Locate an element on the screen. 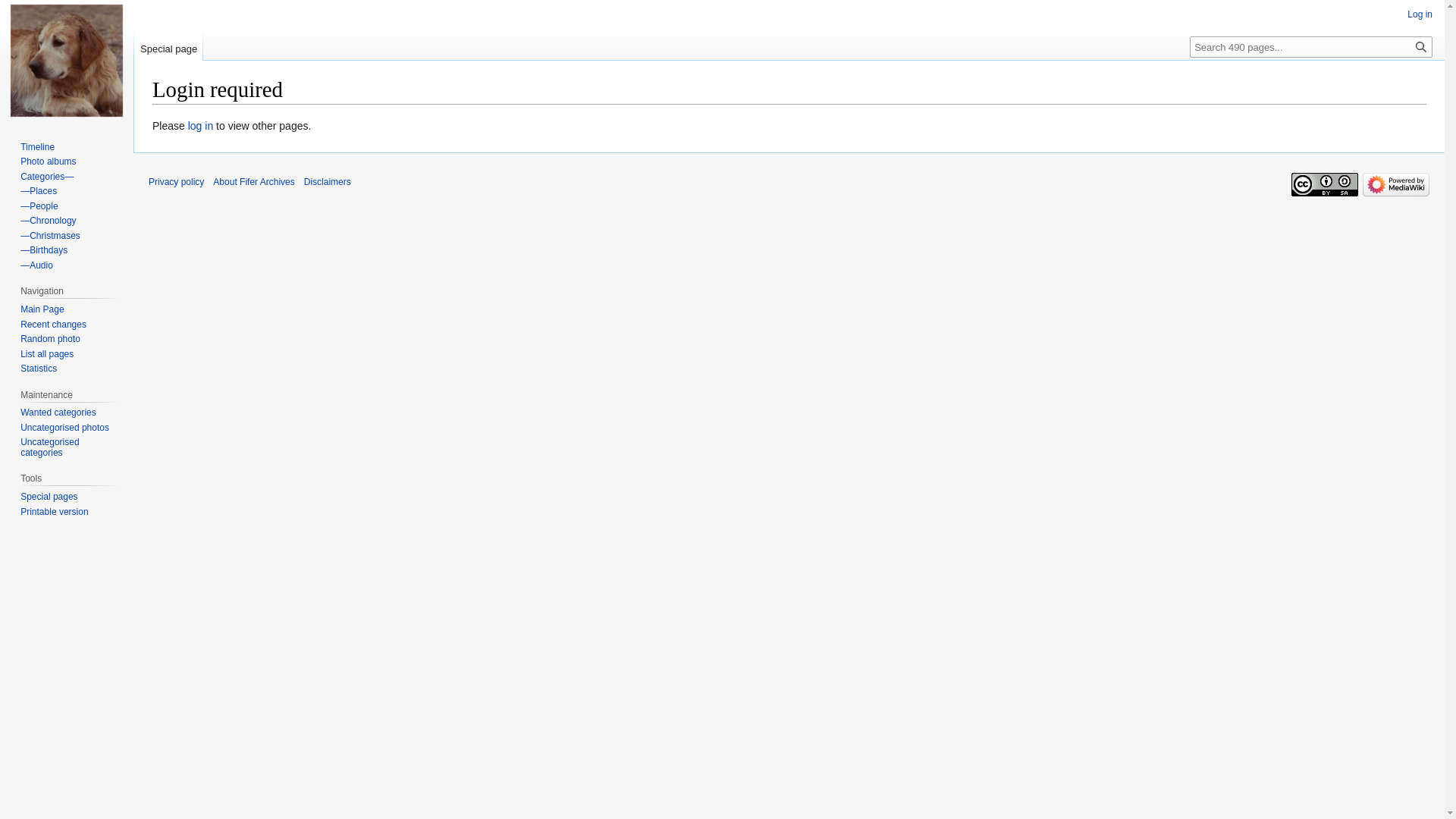 Image resolution: width=1456 pixels, height=819 pixels. 'log in' is located at coordinates (199, 124).